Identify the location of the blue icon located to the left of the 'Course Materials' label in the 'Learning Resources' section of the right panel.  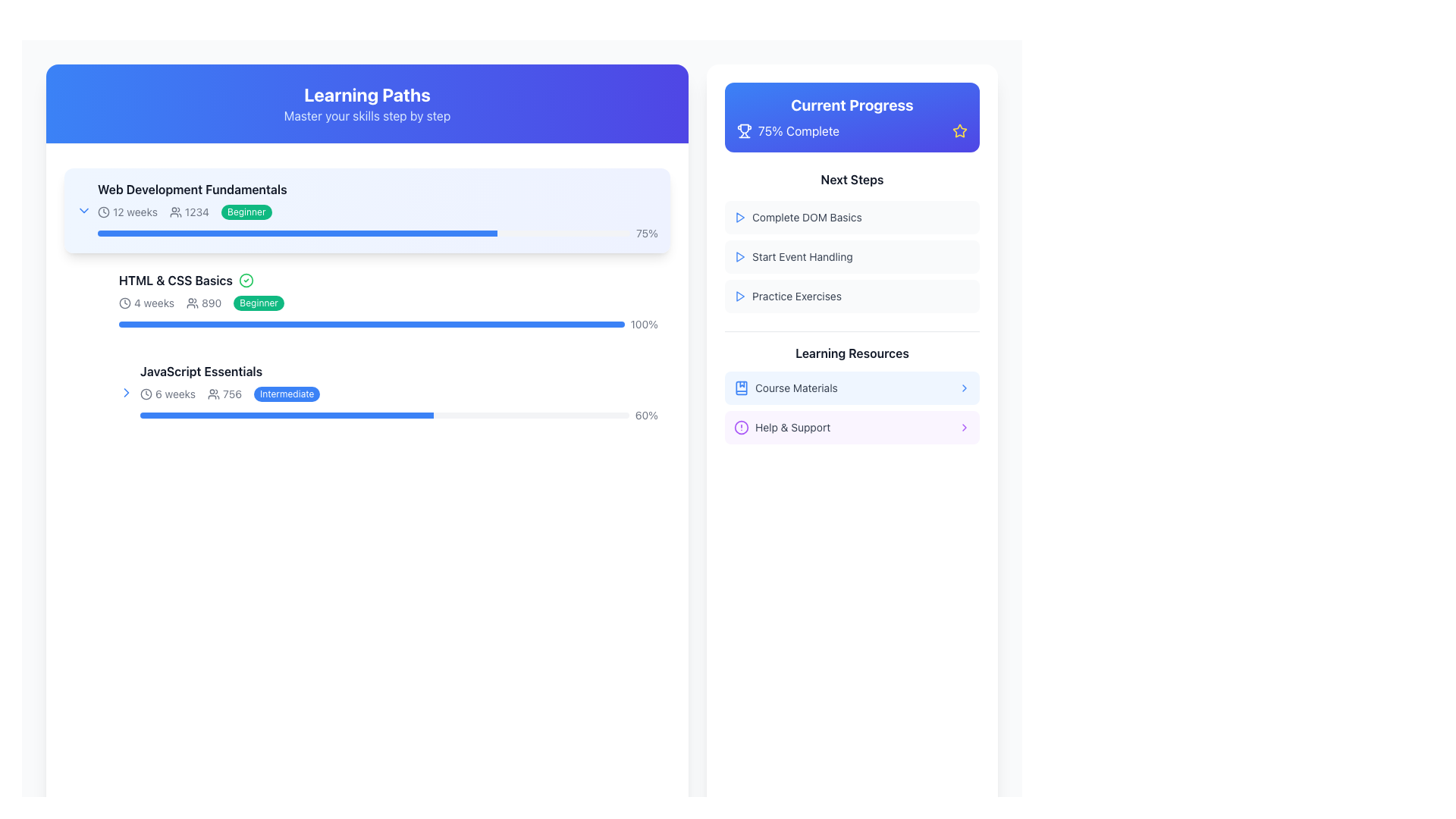
(742, 388).